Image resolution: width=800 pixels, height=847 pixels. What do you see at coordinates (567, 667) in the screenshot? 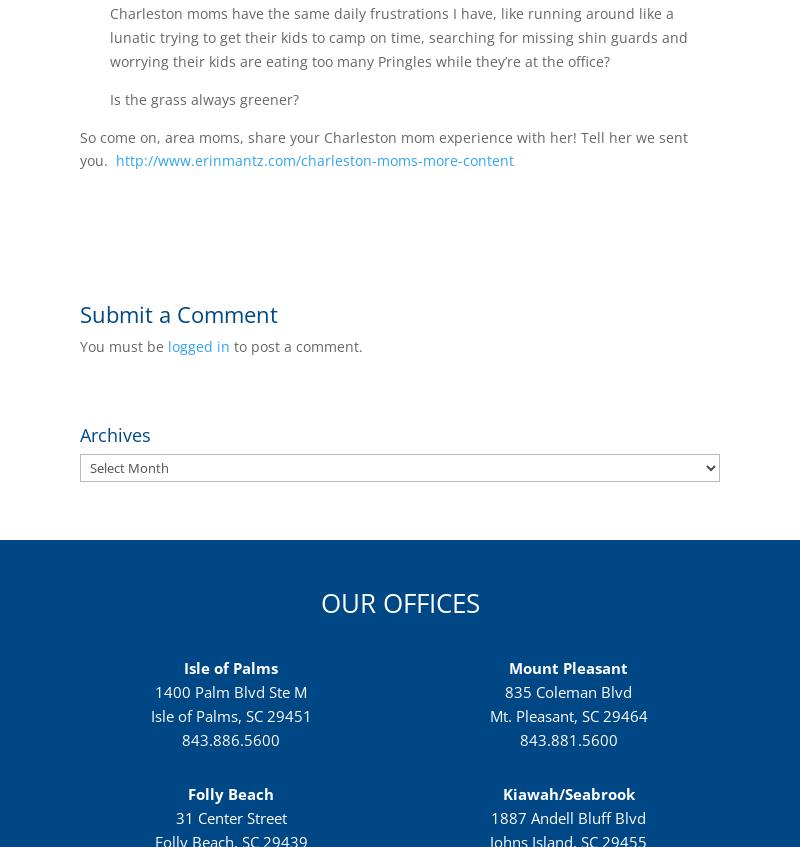
I see `'Mount Pleasant'` at bounding box center [567, 667].